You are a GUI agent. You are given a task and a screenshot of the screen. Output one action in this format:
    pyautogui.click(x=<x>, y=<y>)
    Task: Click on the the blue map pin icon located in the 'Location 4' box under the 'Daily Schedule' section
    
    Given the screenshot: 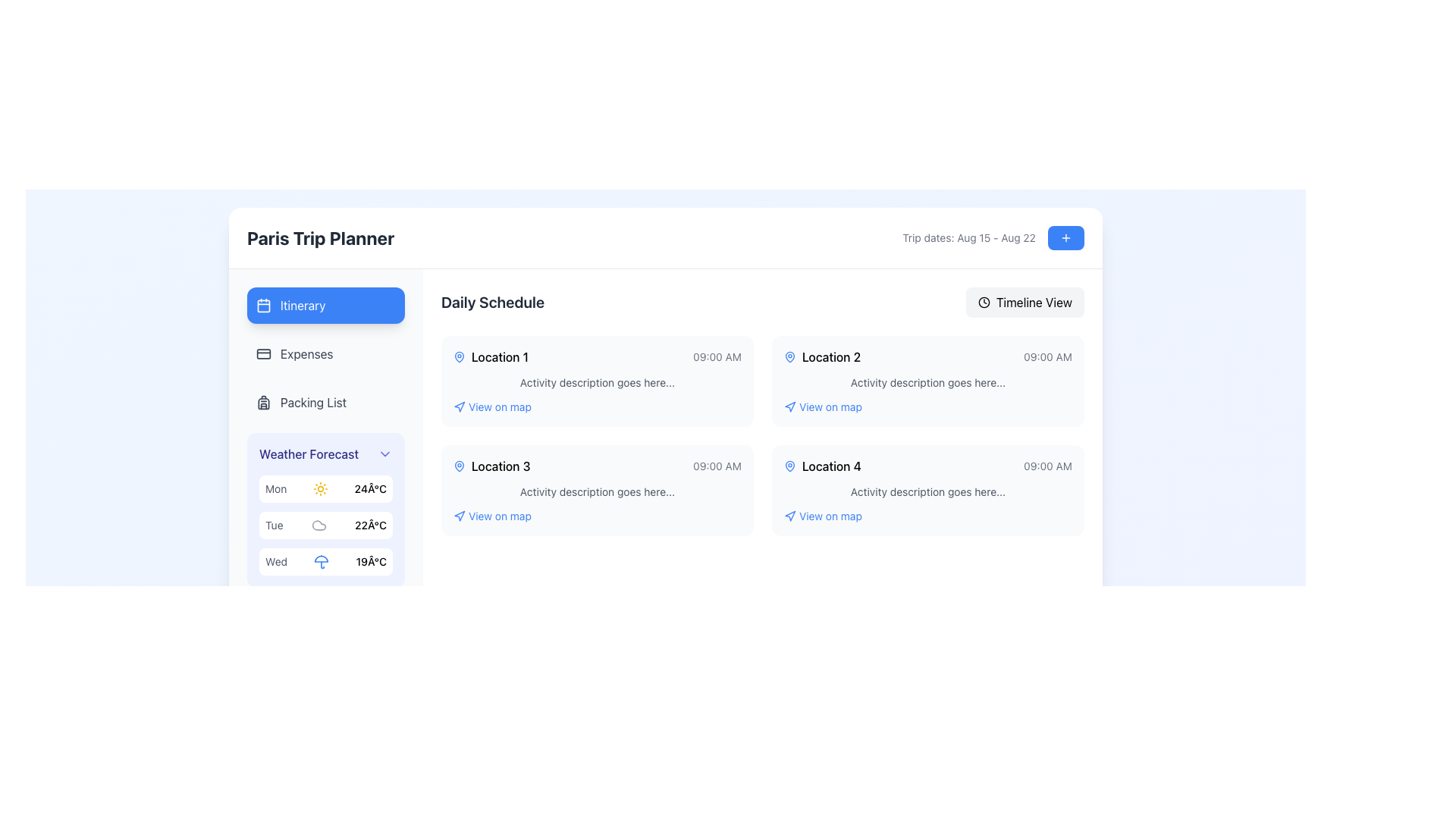 What is the action you would take?
    pyautogui.click(x=789, y=464)
    